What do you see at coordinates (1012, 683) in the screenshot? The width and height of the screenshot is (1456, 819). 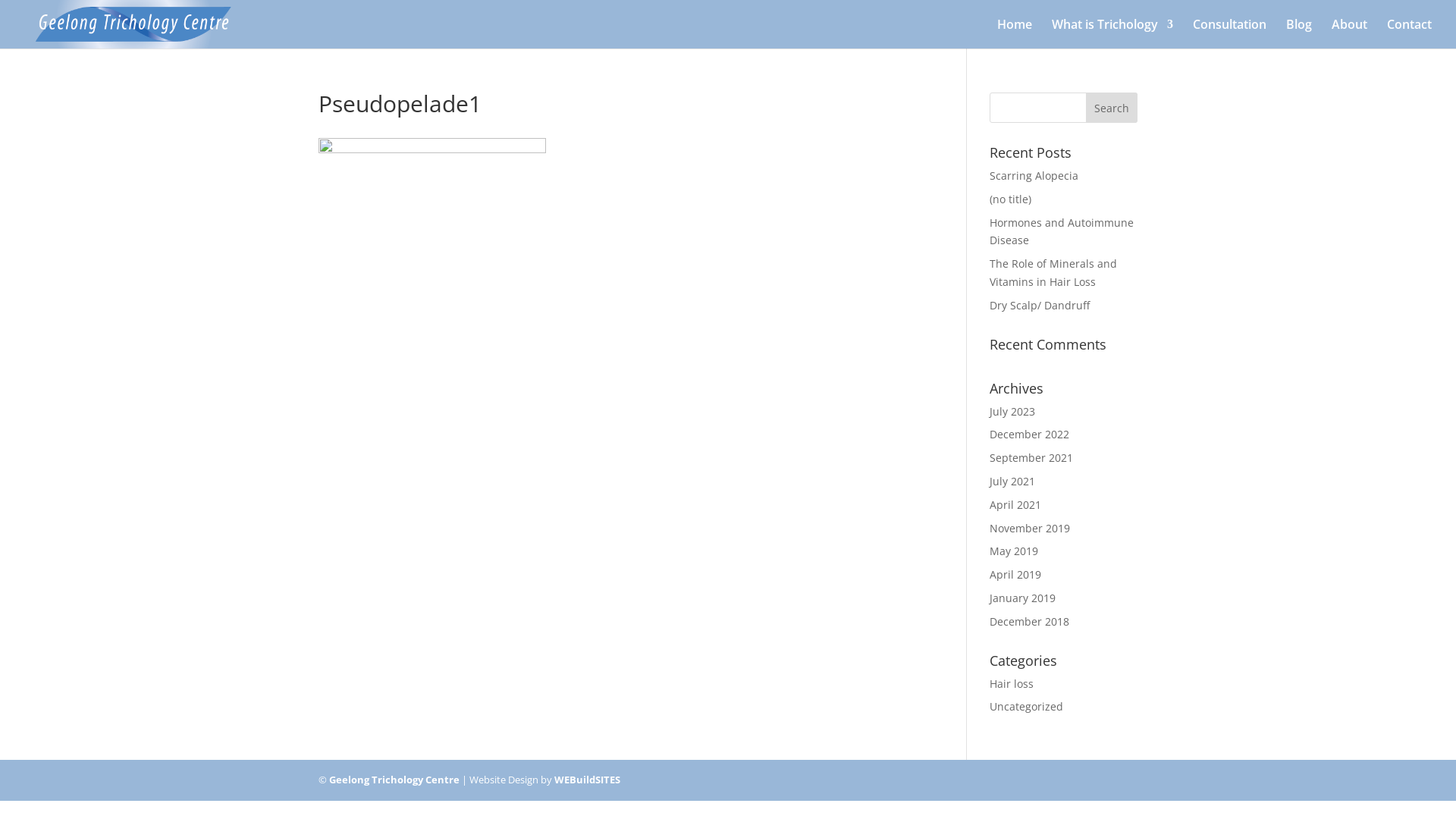 I see `'Hair loss'` at bounding box center [1012, 683].